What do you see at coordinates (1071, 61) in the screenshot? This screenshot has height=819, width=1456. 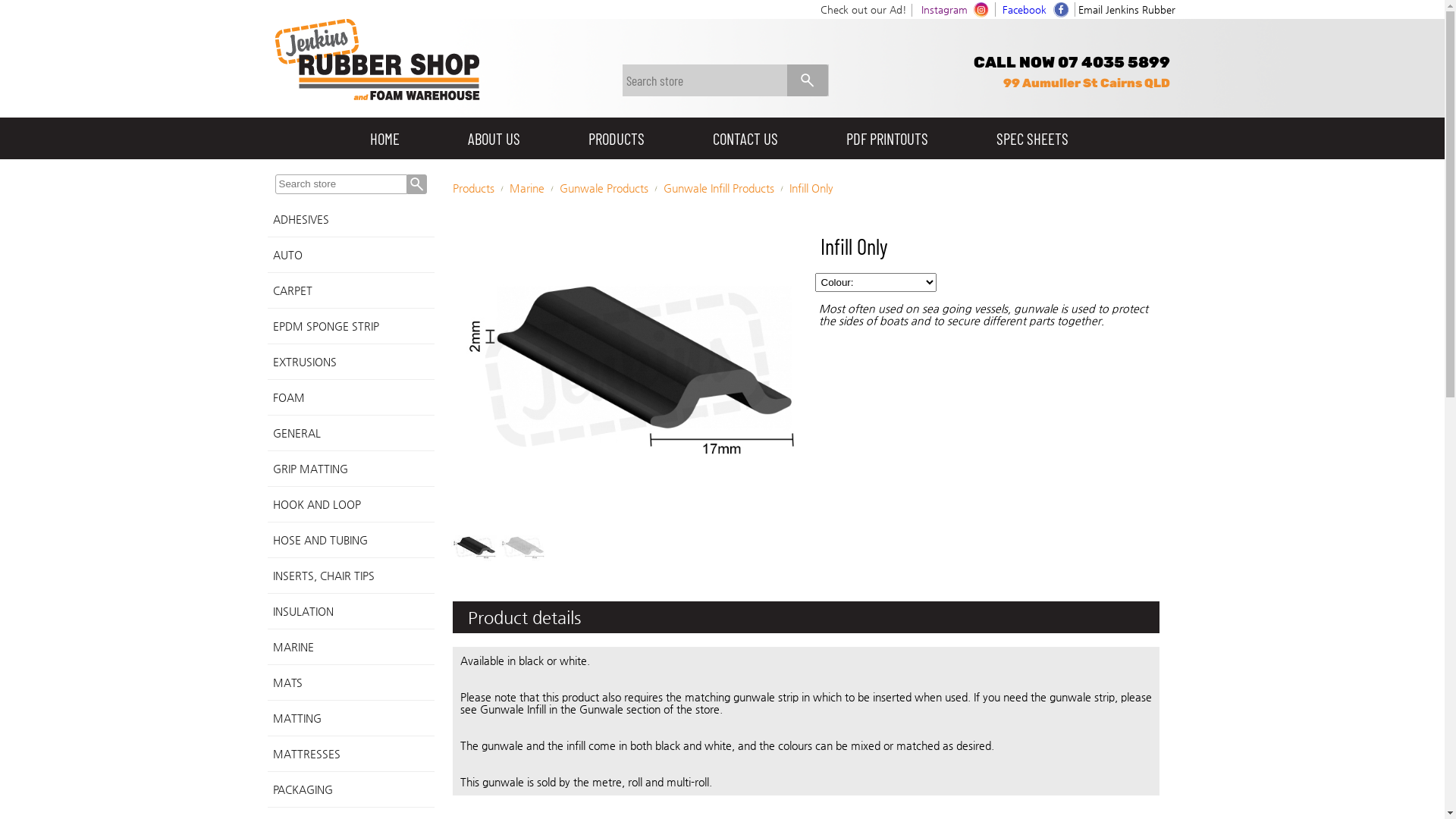 I see `'CALL NOW 07 4035 5899'` at bounding box center [1071, 61].